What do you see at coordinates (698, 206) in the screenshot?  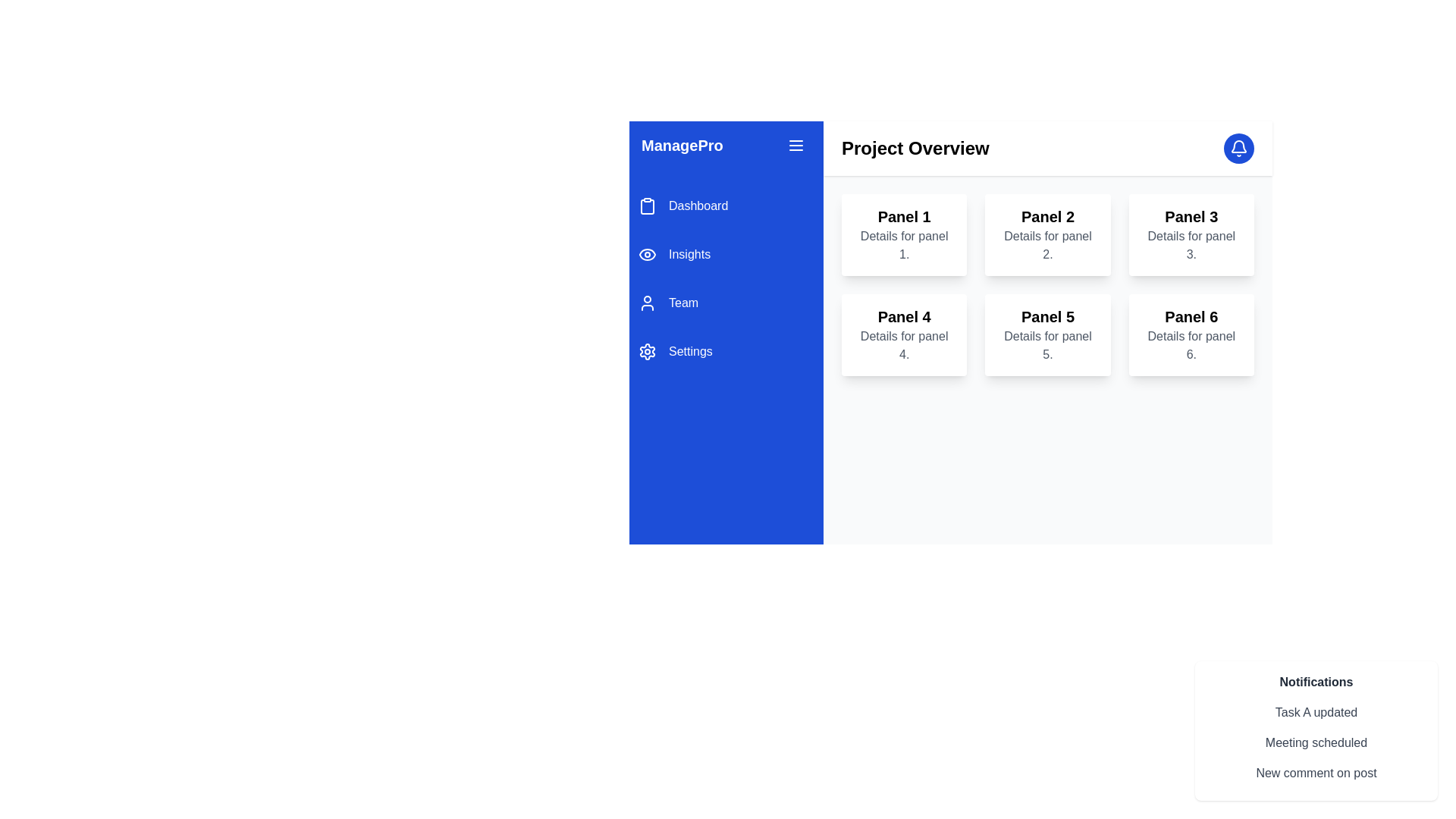 I see `the 'Dashboard' label, which is the first selectable option in the vertical menu beside a clipboard icon` at bounding box center [698, 206].